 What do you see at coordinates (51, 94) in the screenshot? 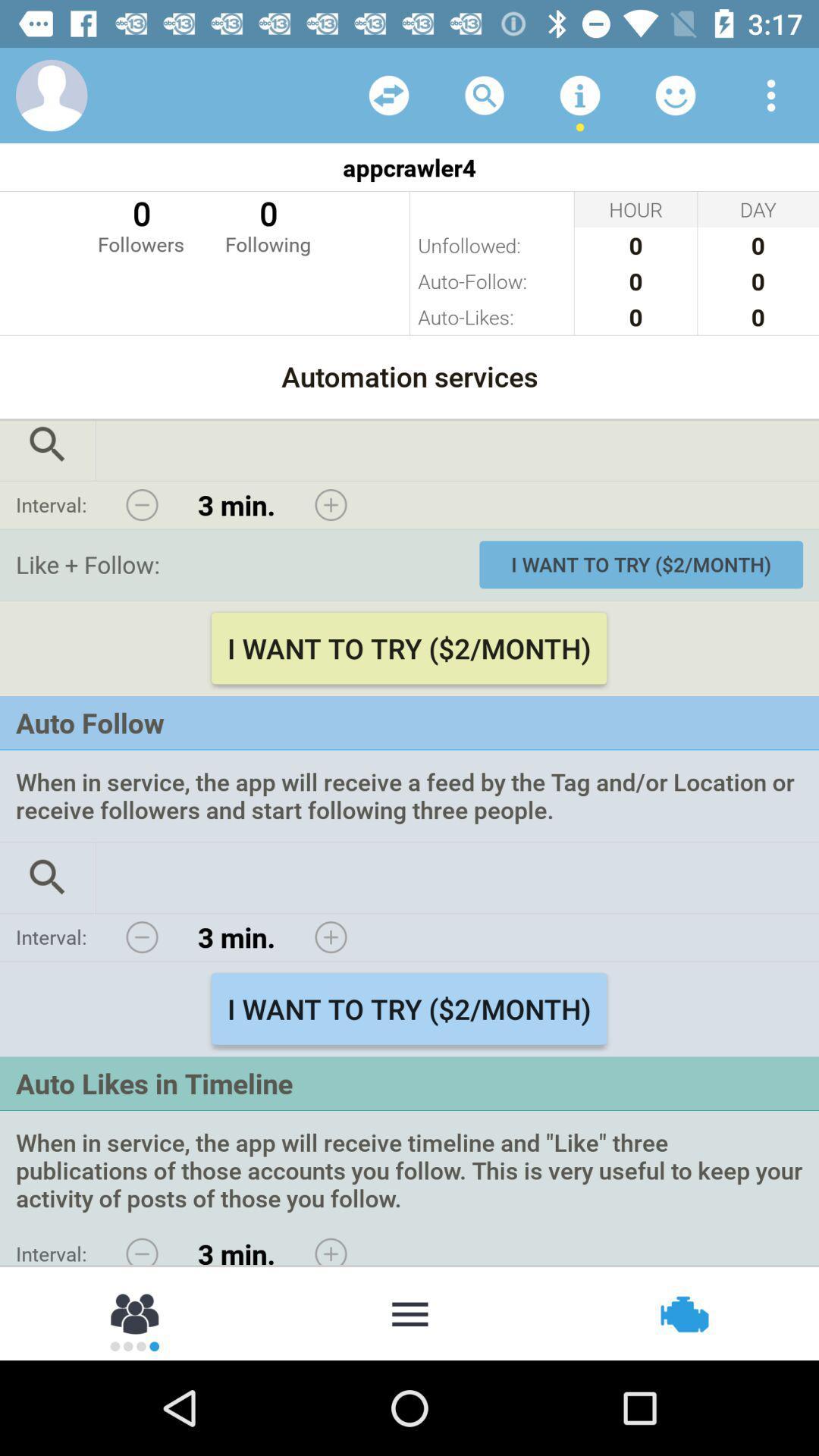
I see `open profile` at bounding box center [51, 94].